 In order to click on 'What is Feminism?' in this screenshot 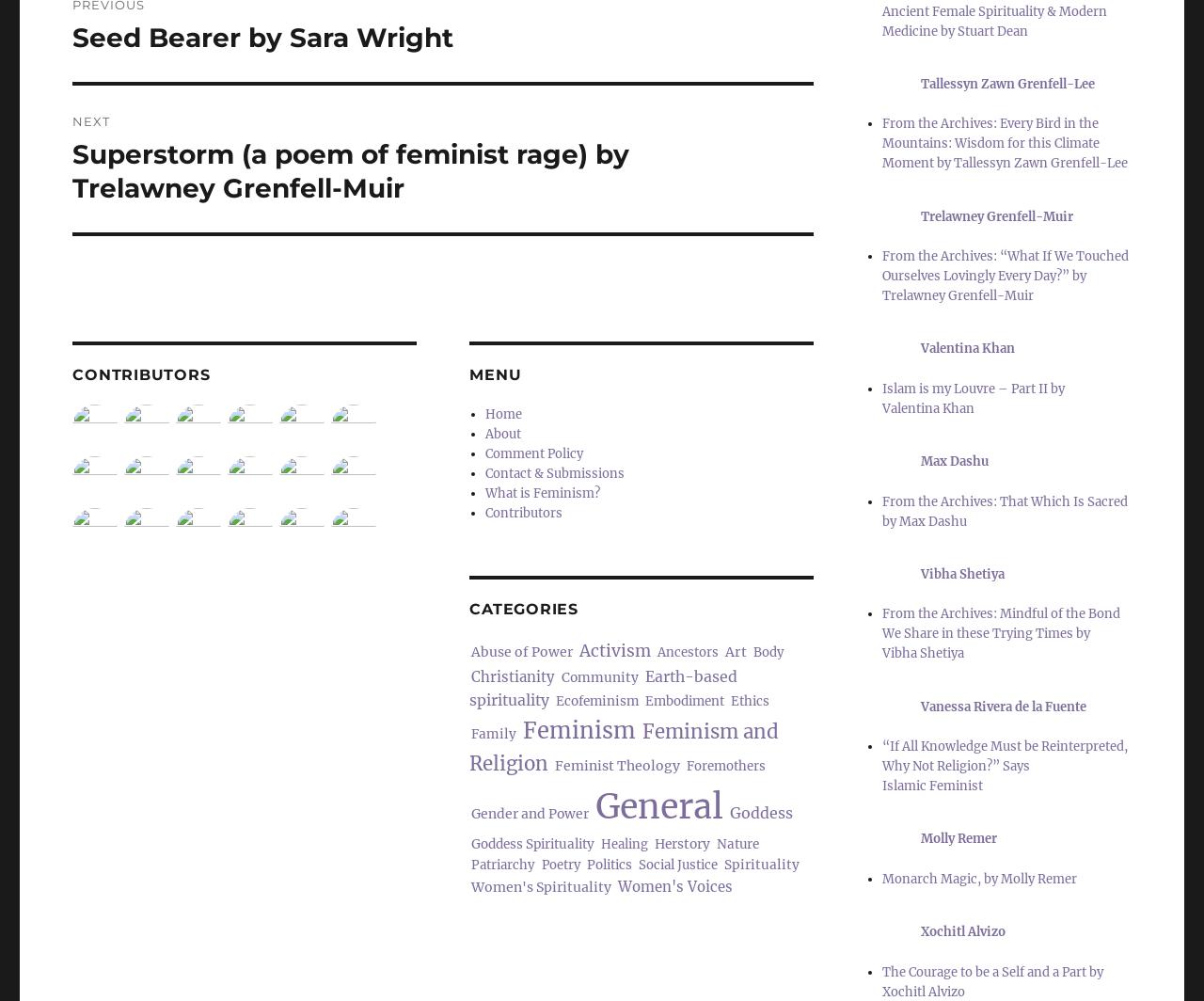, I will do `click(541, 492)`.